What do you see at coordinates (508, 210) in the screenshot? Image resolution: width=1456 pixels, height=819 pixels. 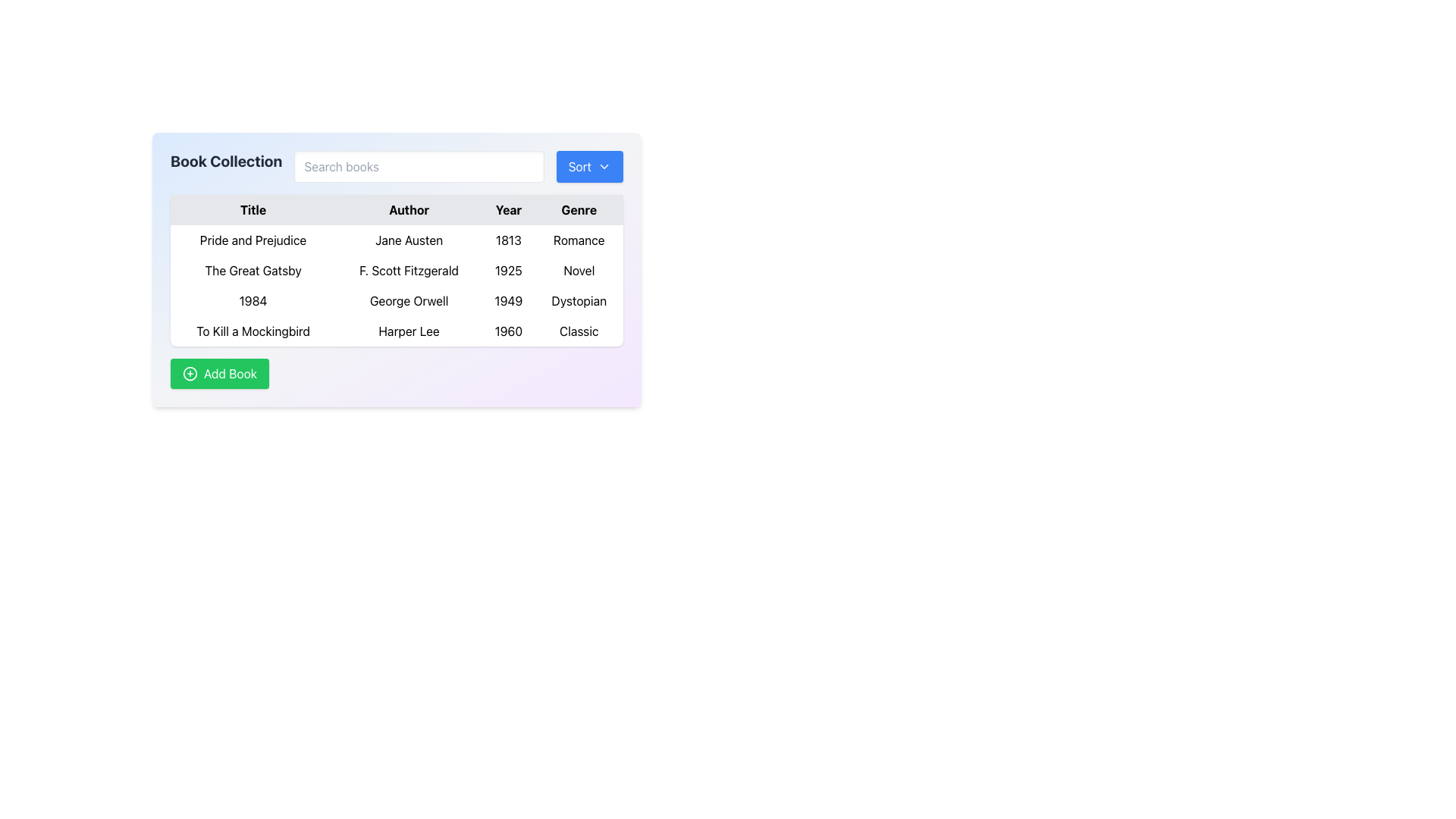 I see `the text label displaying 'Year' in bold font, which is part of the header row in a table, located near the upper center portion of the interface` at bounding box center [508, 210].